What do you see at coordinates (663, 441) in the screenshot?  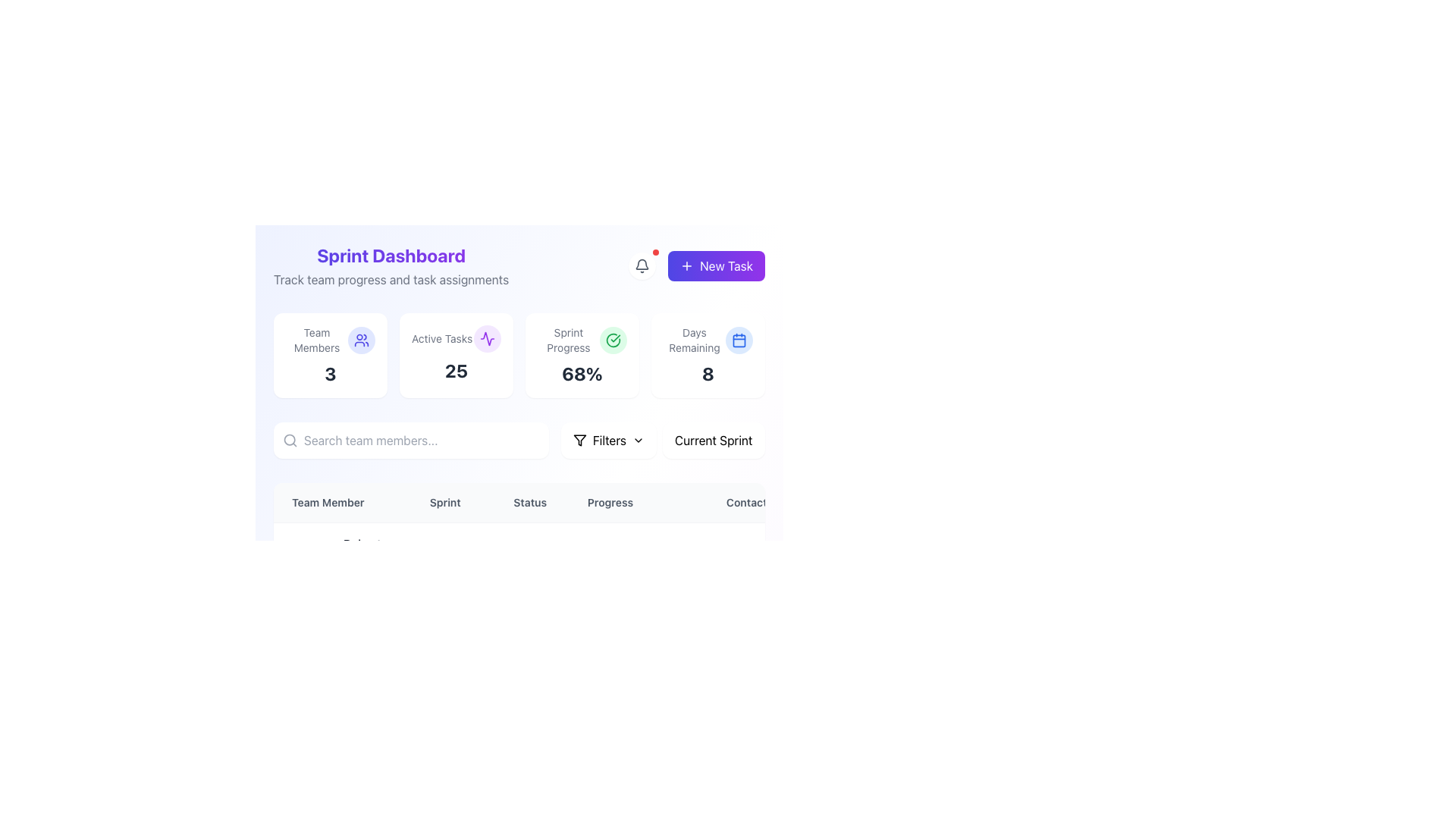 I see `the interactive toolbar located centrally beneath the dashboard metrics section` at bounding box center [663, 441].